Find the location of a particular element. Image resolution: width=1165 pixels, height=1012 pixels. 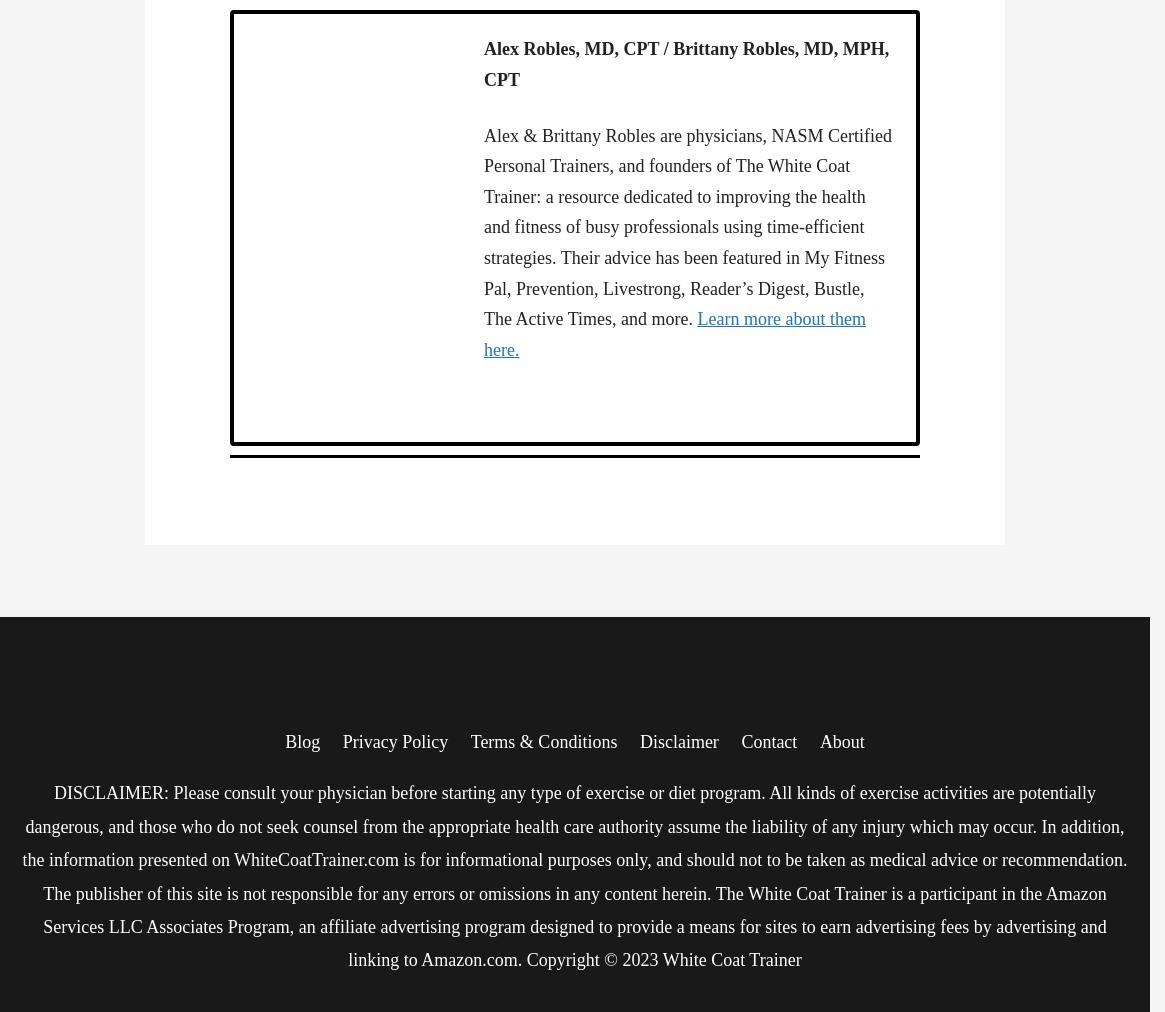

'DISCLAIMER: Please consult your physician before starting any type of exercise or diet program. All kinds of exercise activities are potentially dangerous, and those who do not seek counsel from the appropriate health care authority assume the liability of any injury which may occur. In addition, the information presented on WhiteCoatTrainer.com is for informational purposes only, and should not to be taken as medical advice or recommendation. The publisher of this site is not responsible for any errors or omissions in any content herein. The White Coat Trainer is a participant in the Amazon Services LLC Associates Program, an affiliate advertising program designed to provide a means for sites to earn advertising fees by advertising and linking to Amazon.com.  

Copyright © 2023 White Coat Trainer' is located at coordinates (574, 875).